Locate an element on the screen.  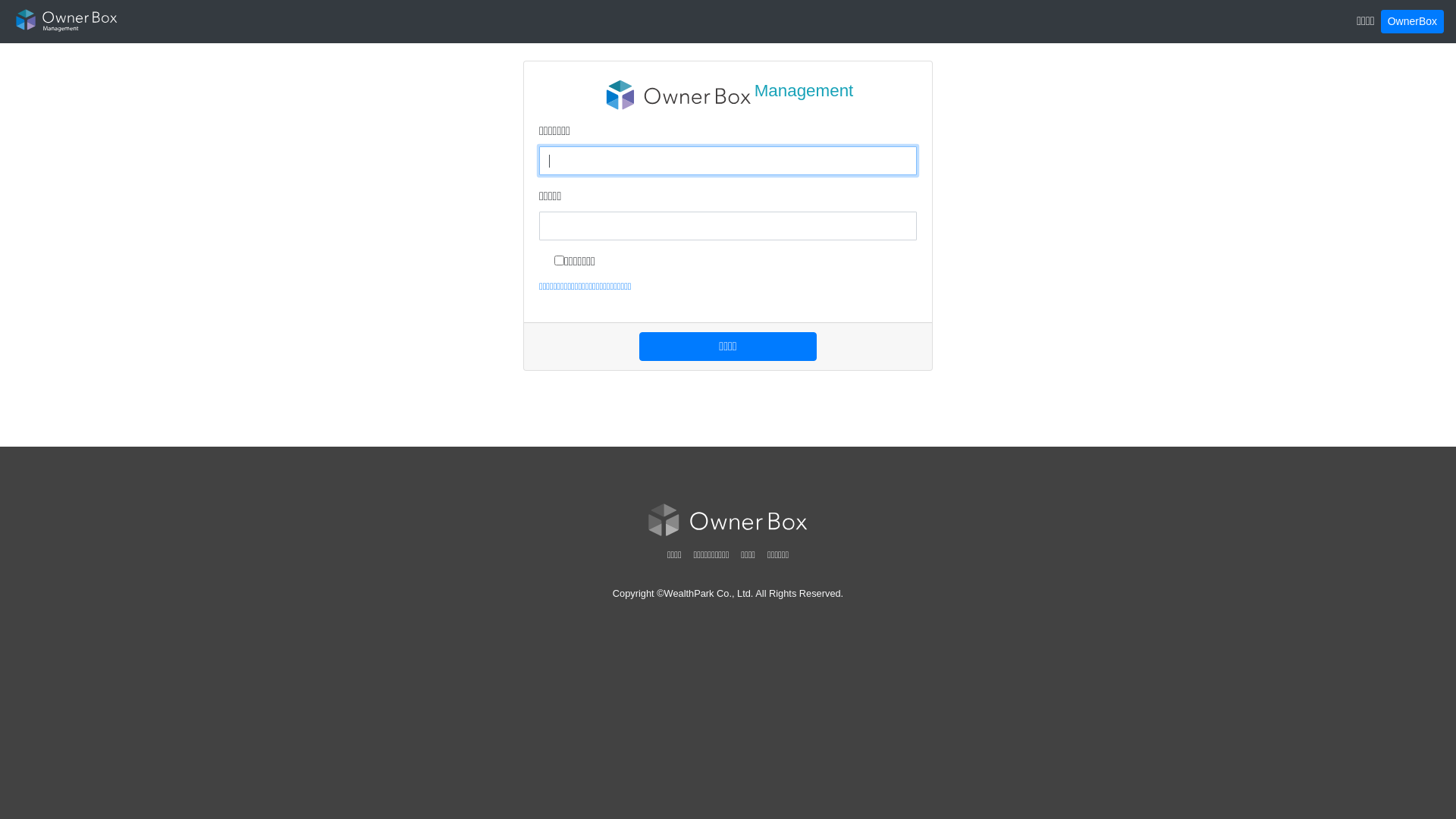
'OwnerBox' is located at coordinates (1411, 21).